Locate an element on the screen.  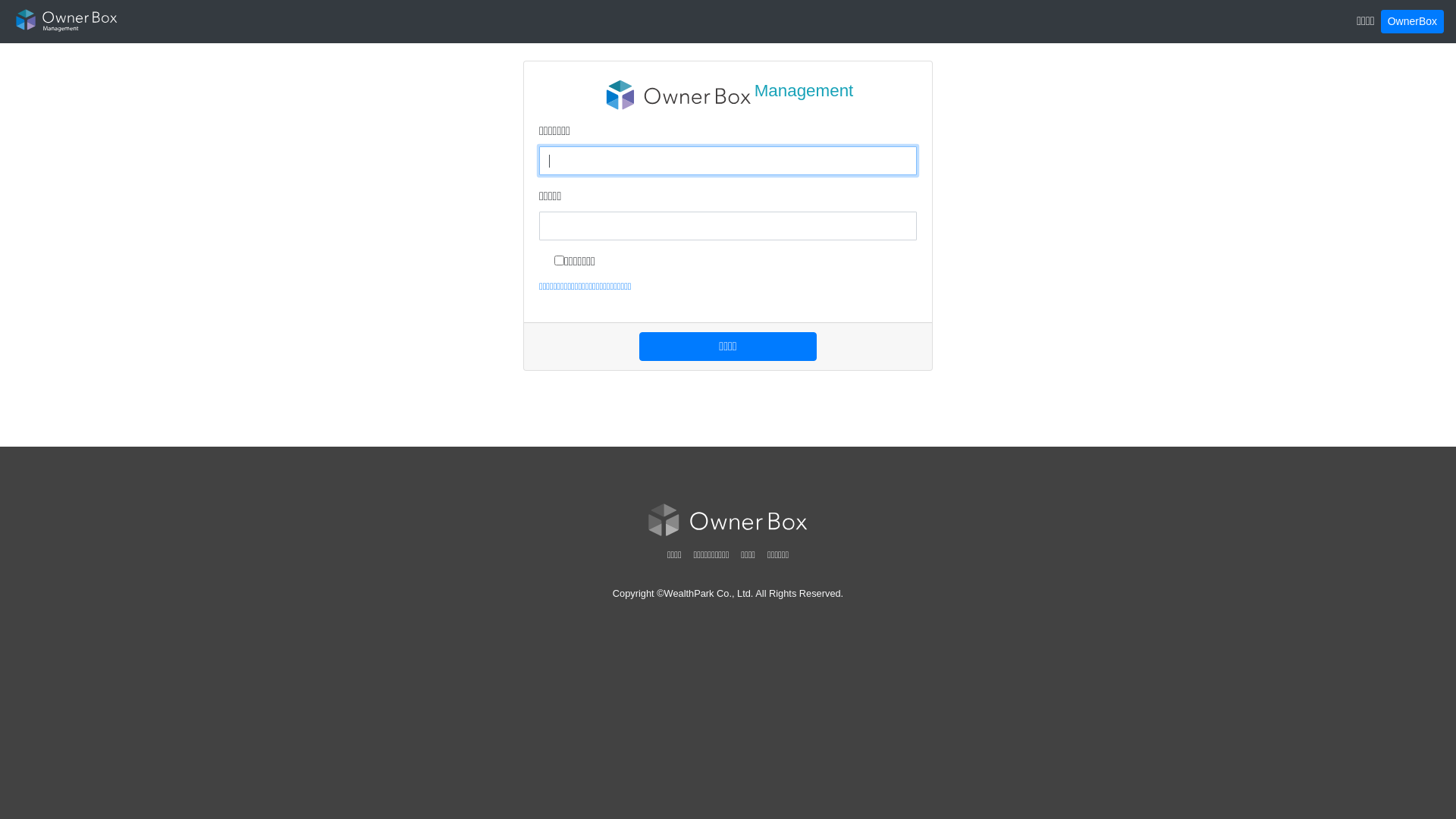
'OwnerBox' is located at coordinates (1411, 21).